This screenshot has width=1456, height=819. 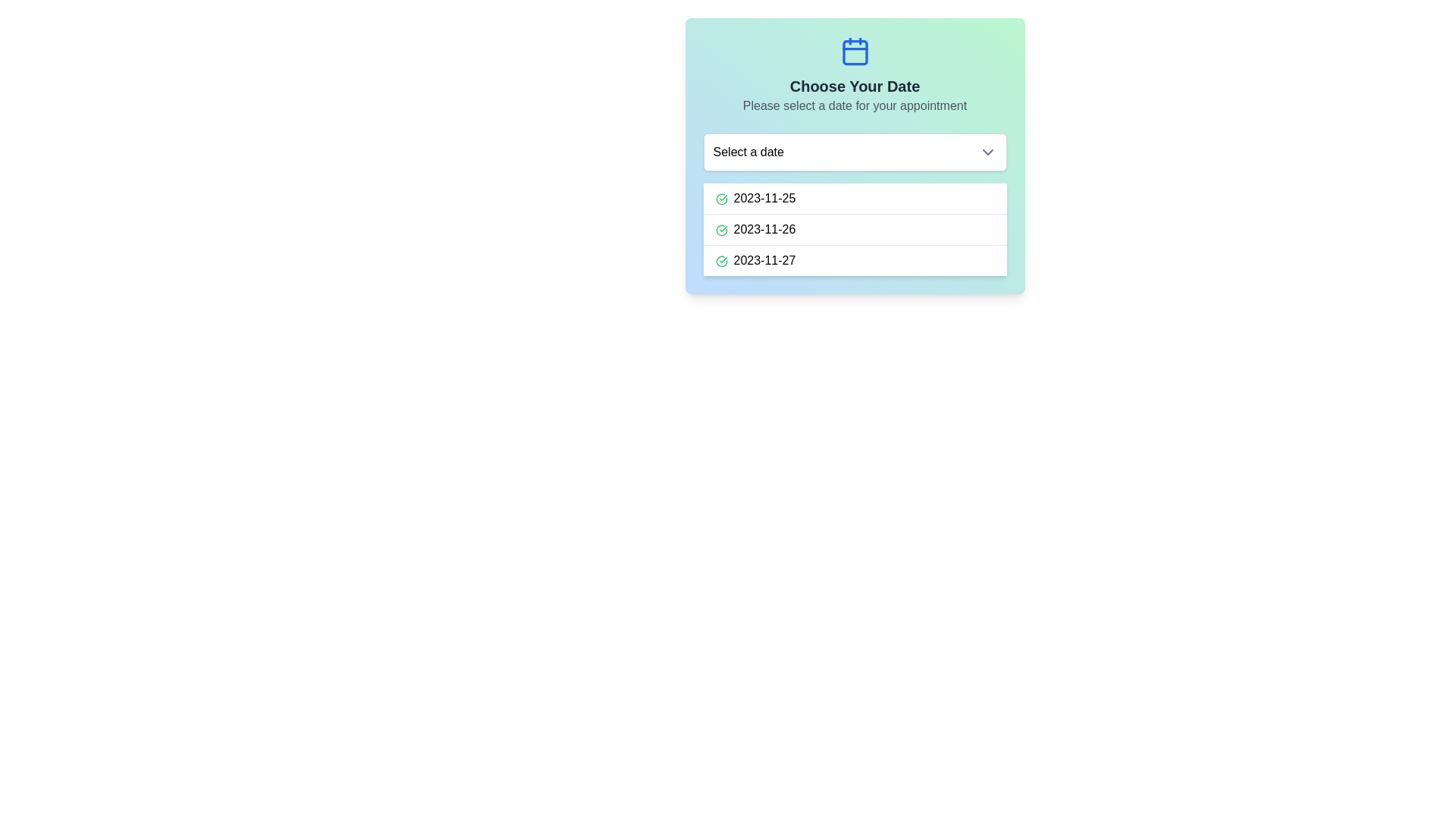 What do you see at coordinates (987, 152) in the screenshot?
I see `the Dropdown toggle icon, which is a small downward arrow styled with rounded edges and gray color, located on the right edge of the white rectangular box containing the text 'Select a date'` at bounding box center [987, 152].